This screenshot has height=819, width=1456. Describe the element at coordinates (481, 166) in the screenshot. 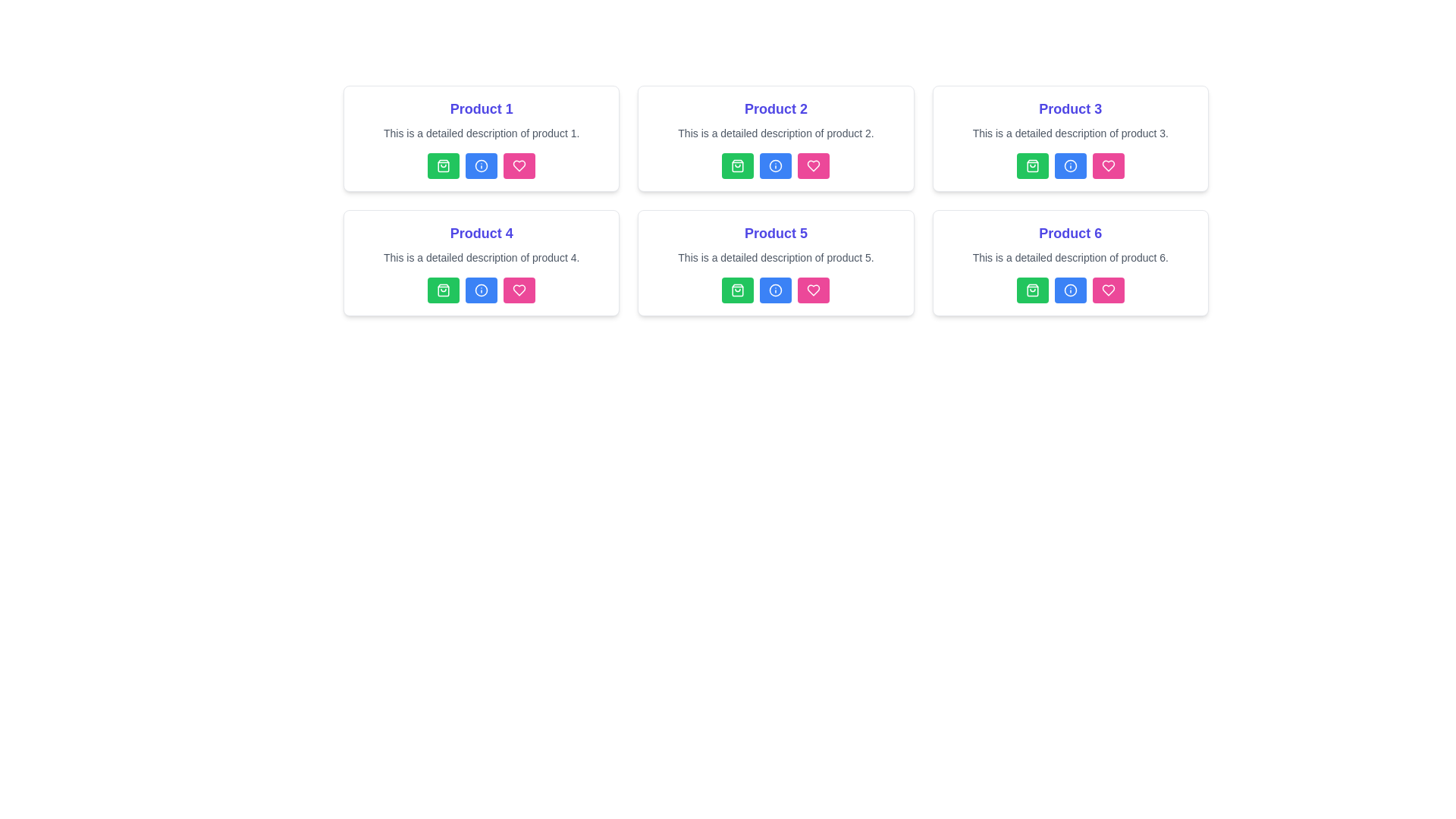

I see `the circular icon with a blue outline and white inner area` at that location.